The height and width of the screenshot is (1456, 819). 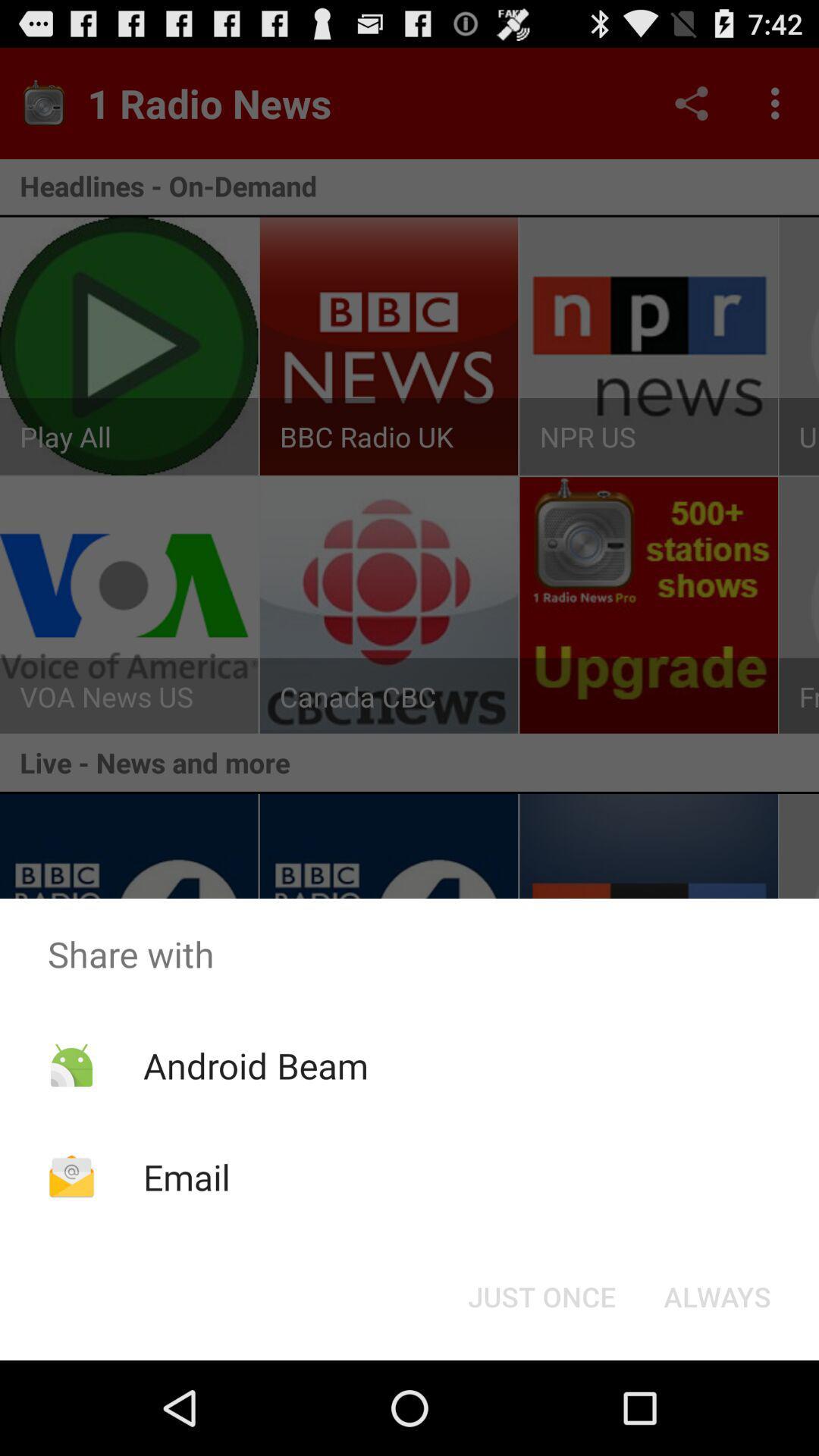 What do you see at coordinates (541, 1295) in the screenshot?
I see `just once` at bounding box center [541, 1295].